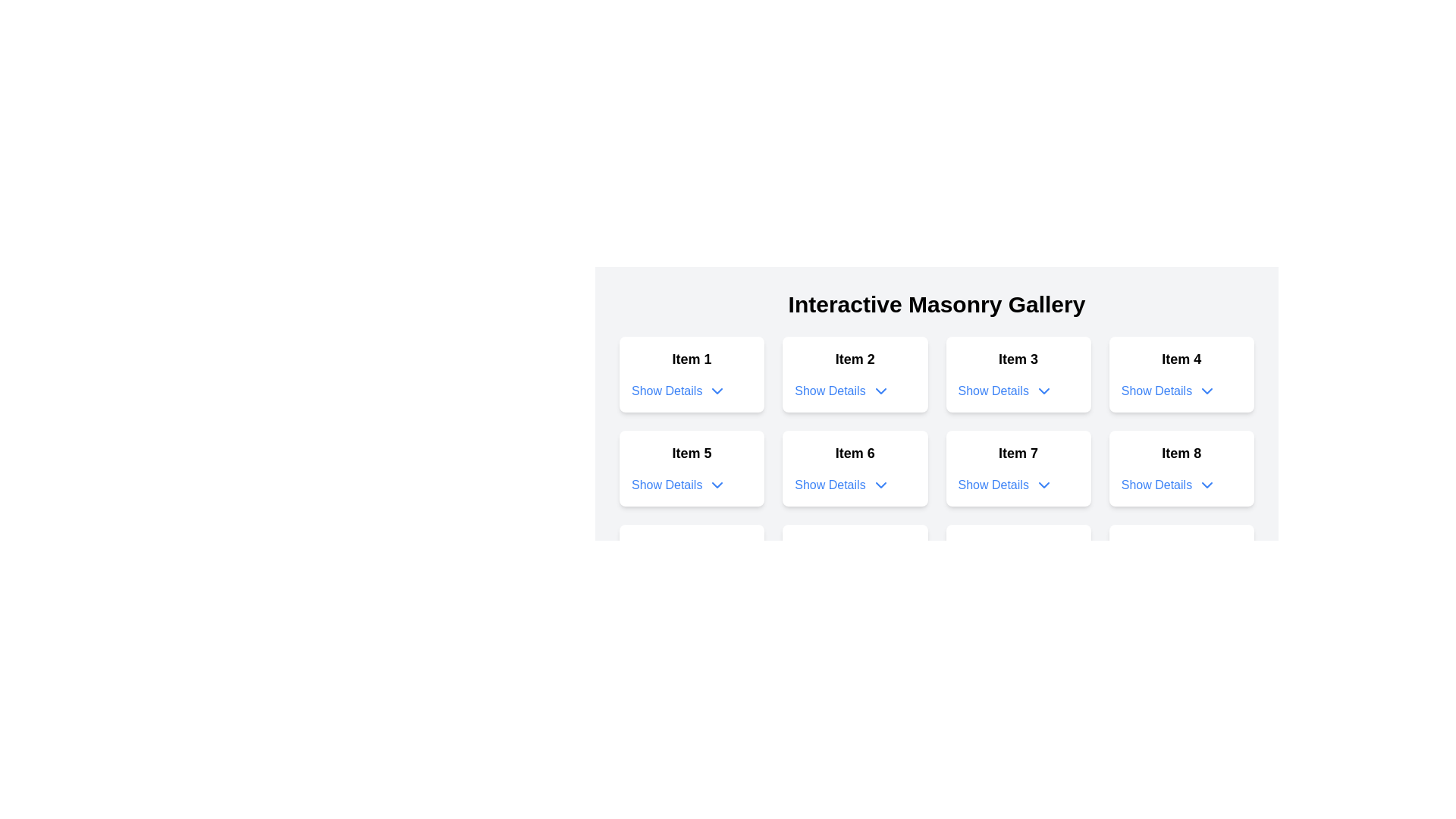 This screenshot has height=819, width=1456. Describe the element at coordinates (717, 485) in the screenshot. I see `the chevron icon located to the right of the 'Show Details' text in the 'Item 5' section` at that location.